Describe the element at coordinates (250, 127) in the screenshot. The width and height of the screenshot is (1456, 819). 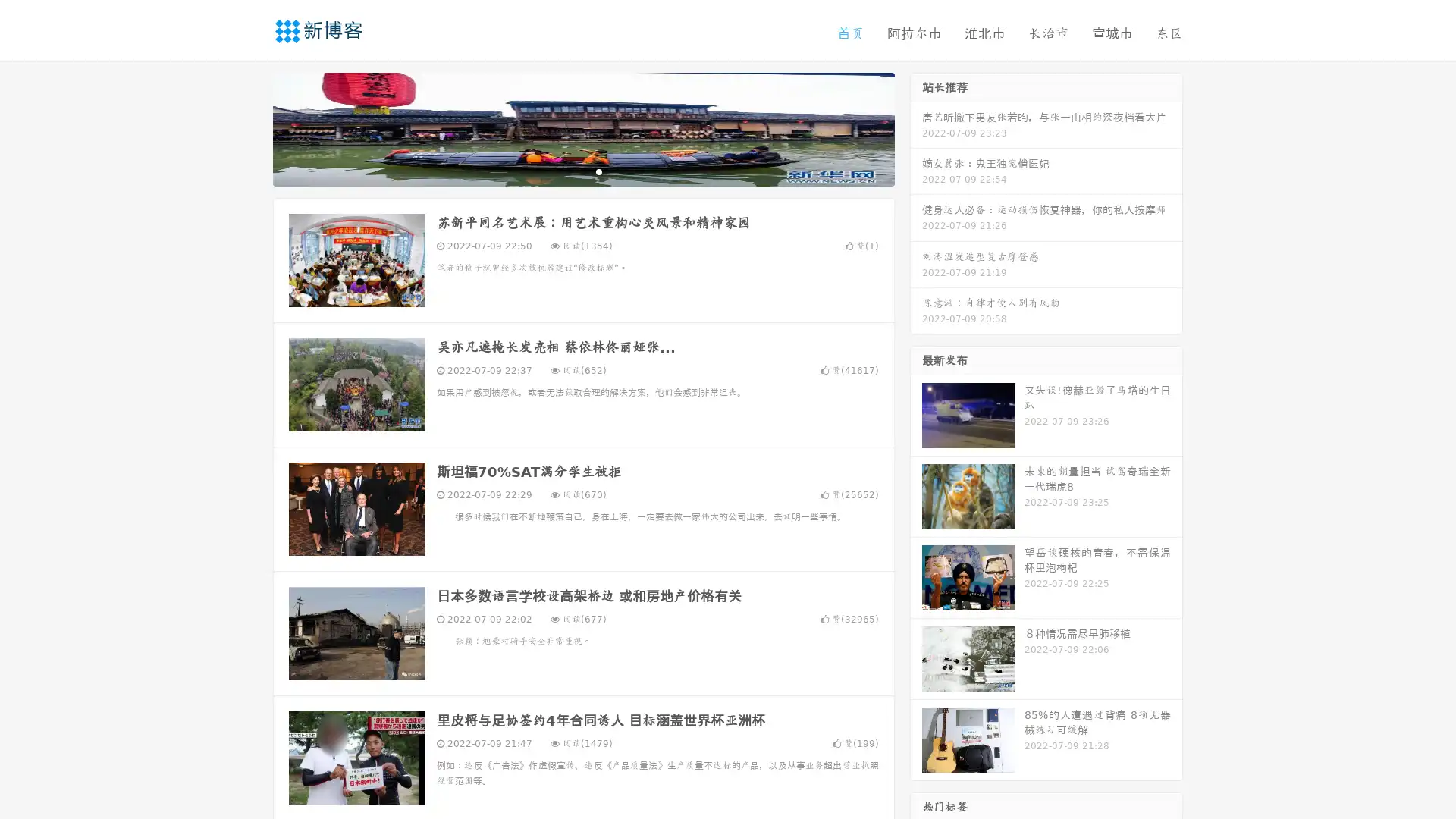
I see `Previous slide` at that location.